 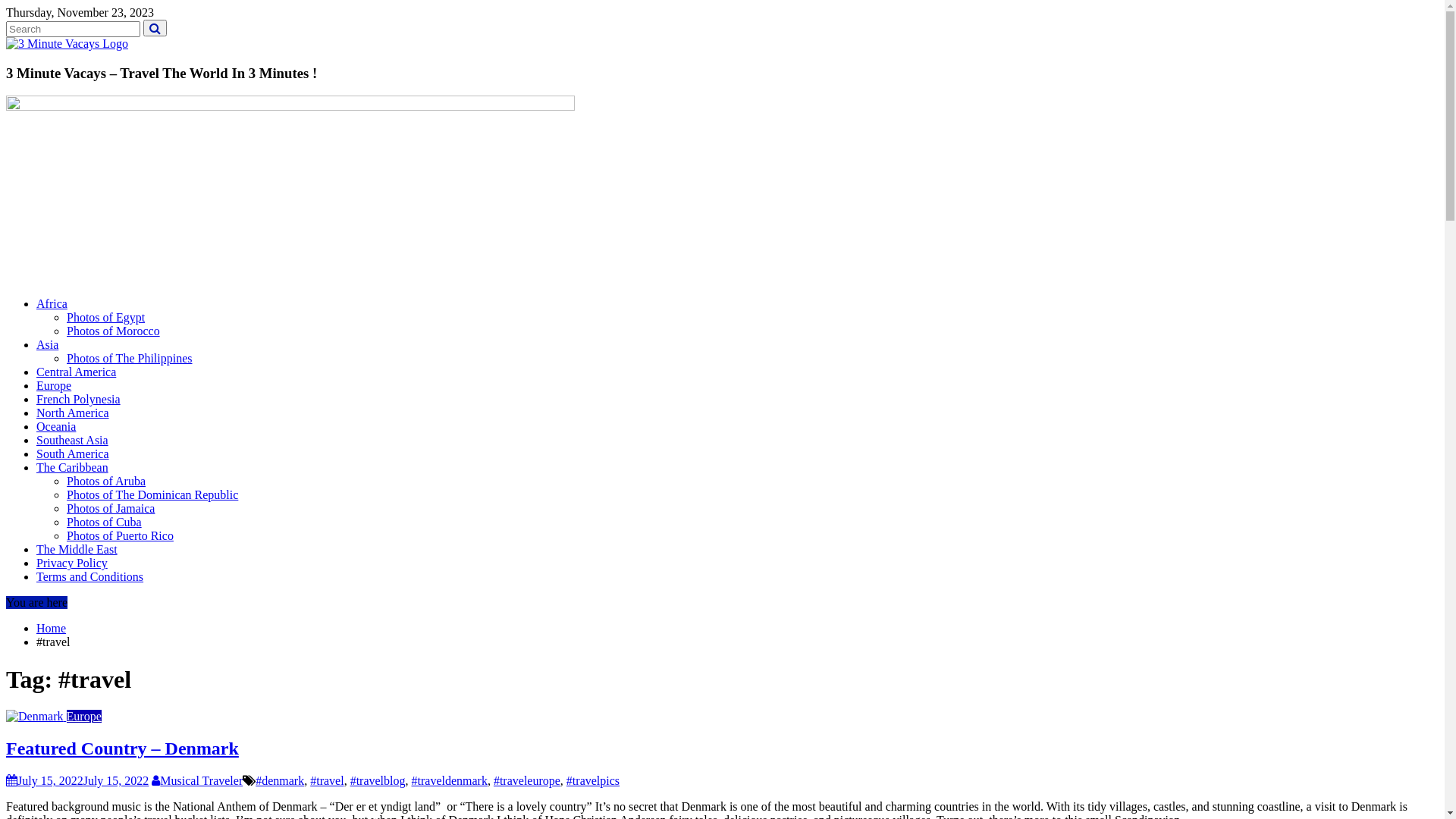 What do you see at coordinates (89, 576) in the screenshot?
I see `'Terms and Conditions'` at bounding box center [89, 576].